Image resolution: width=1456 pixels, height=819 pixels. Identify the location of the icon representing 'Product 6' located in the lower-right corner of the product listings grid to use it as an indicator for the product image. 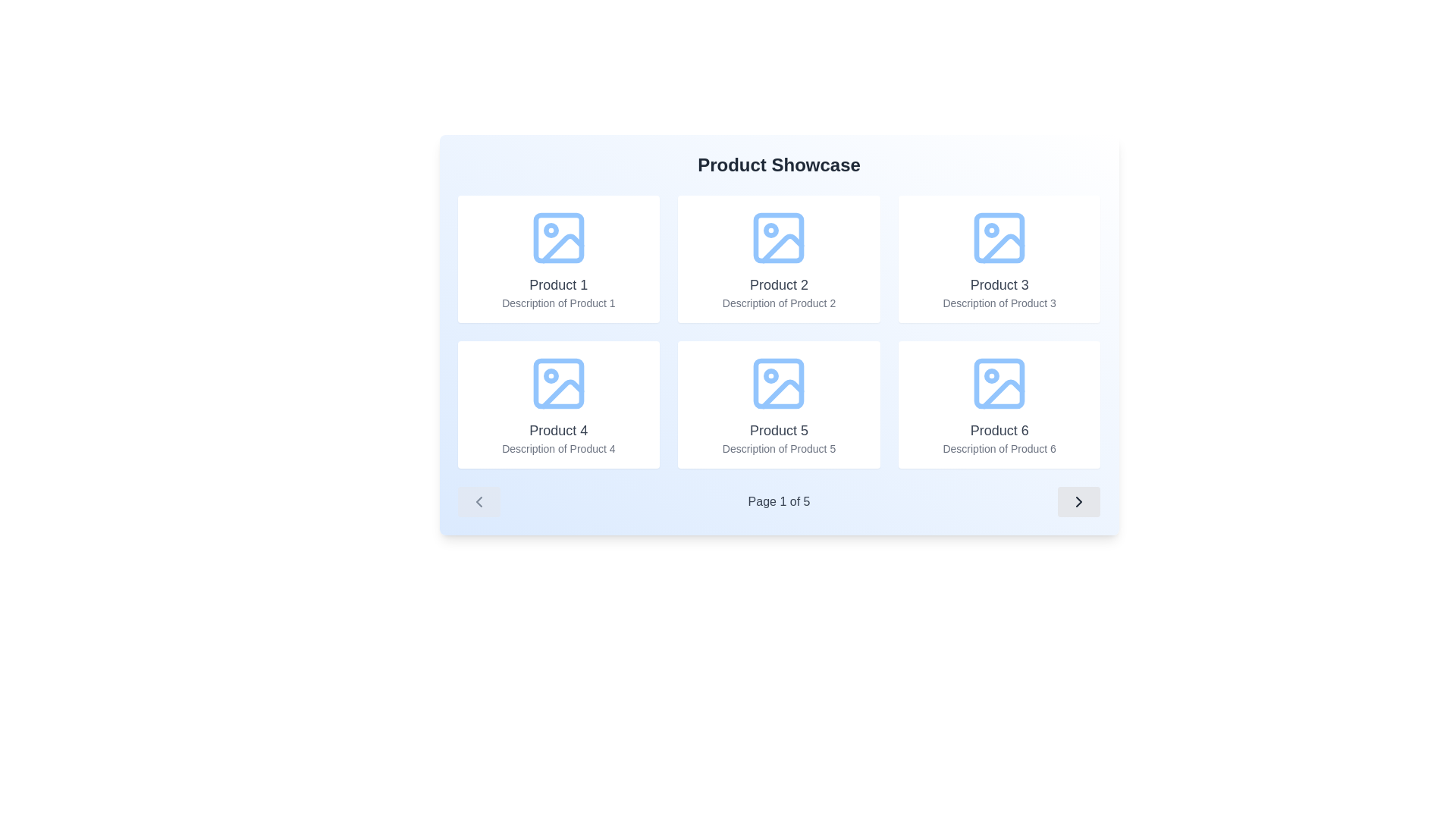
(999, 382).